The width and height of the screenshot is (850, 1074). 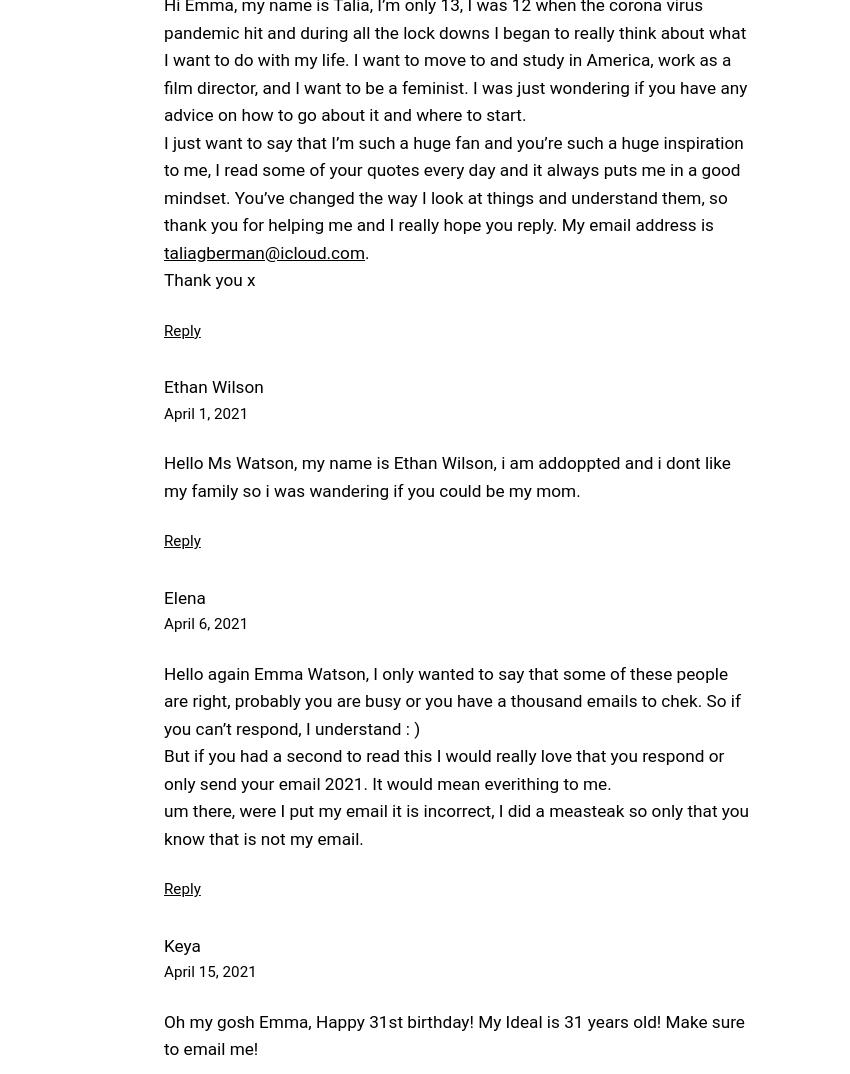 What do you see at coordinates (212, 386) in the screenshot?
I see `'Ethan Wilson'` at bounding box center [212, 386].